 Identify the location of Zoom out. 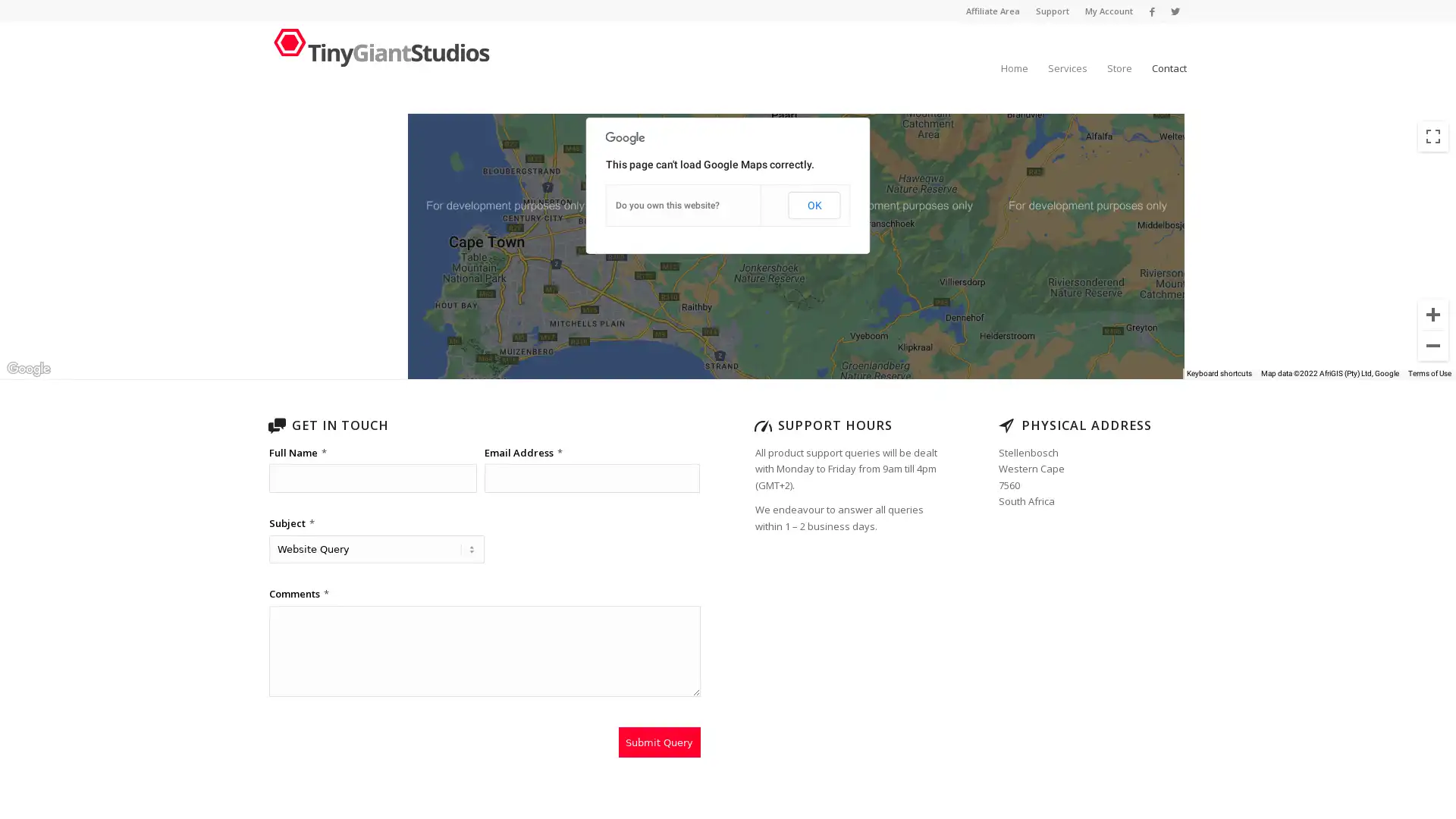
(1432, 345).